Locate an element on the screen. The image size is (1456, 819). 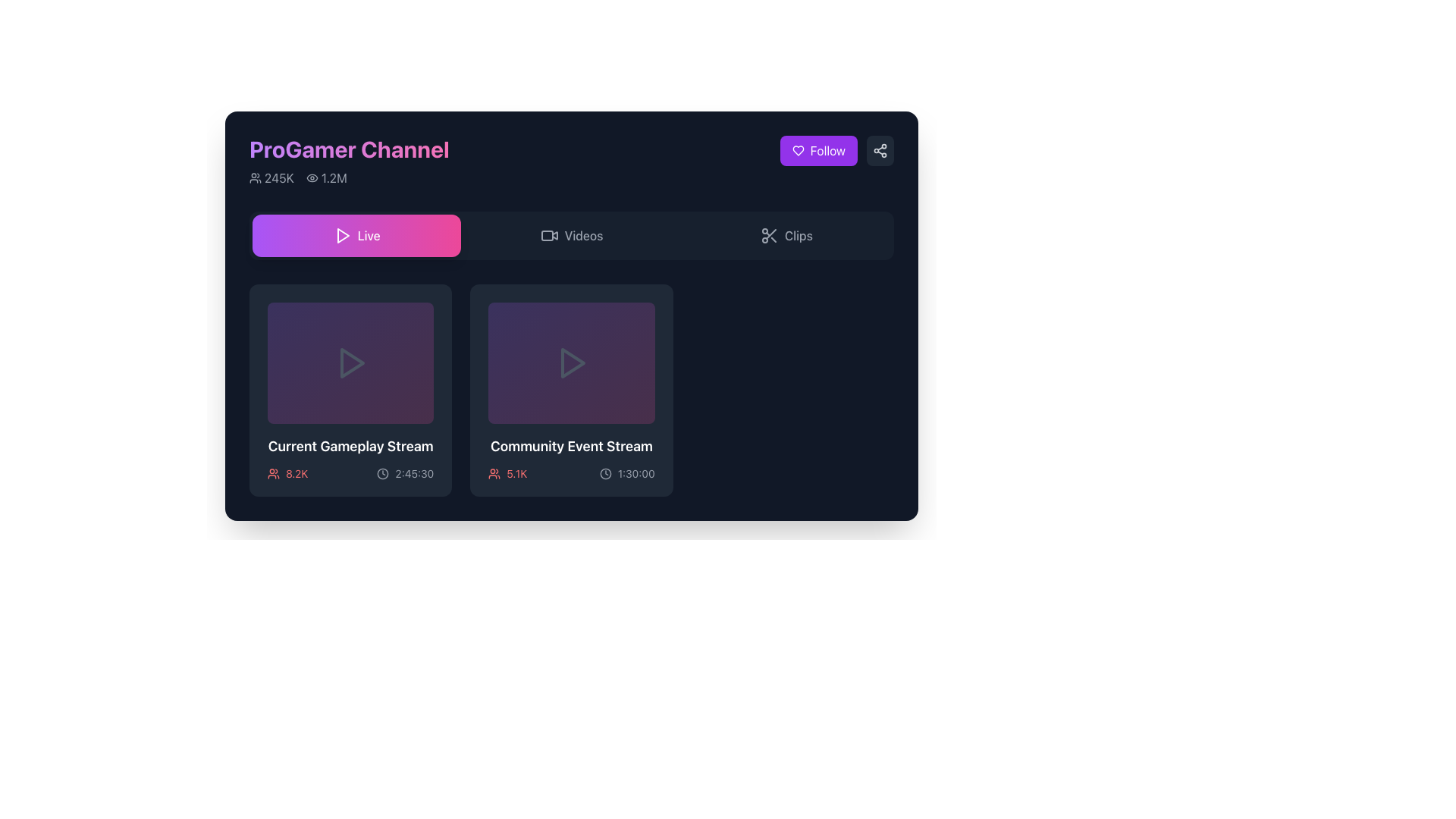
the icon next to the text 'Clips' in the horizontal navigation bar, which is positioned to the right of the 'Videos' section is located at coordinates (769, 236).